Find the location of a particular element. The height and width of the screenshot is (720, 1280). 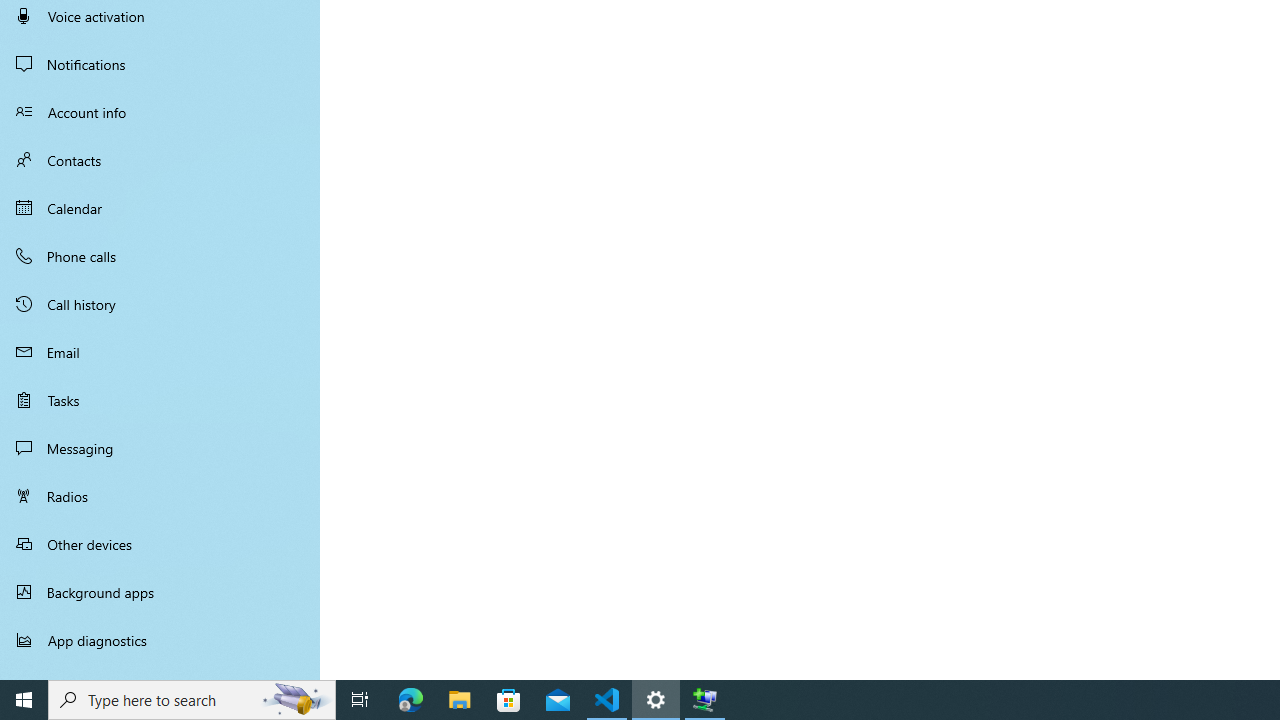

'Contacts' is located at coordinates (160, 159).